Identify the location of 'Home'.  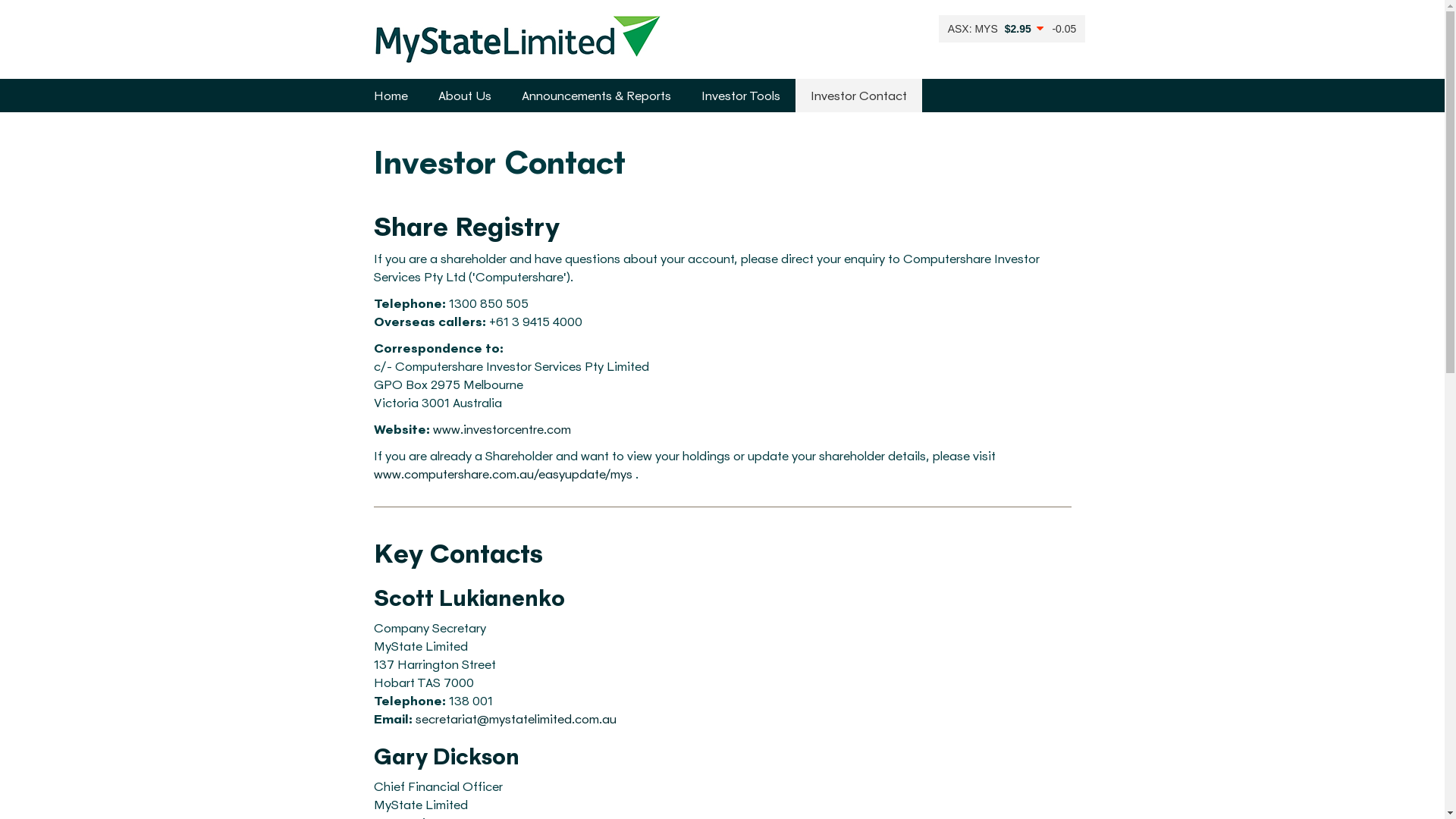
(390, 96).